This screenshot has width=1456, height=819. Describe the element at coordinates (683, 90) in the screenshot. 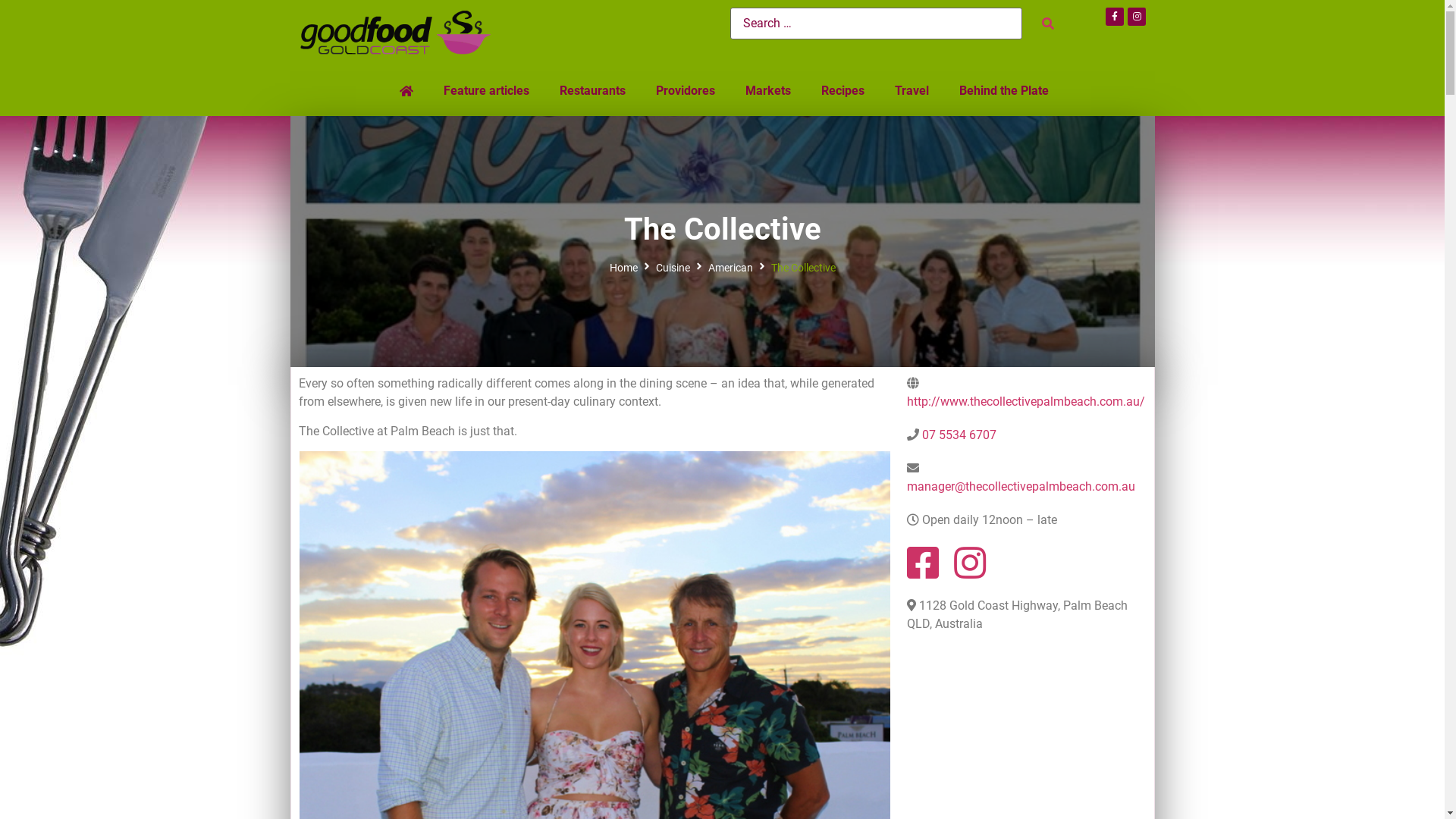

I see `'Providores'` at that location.